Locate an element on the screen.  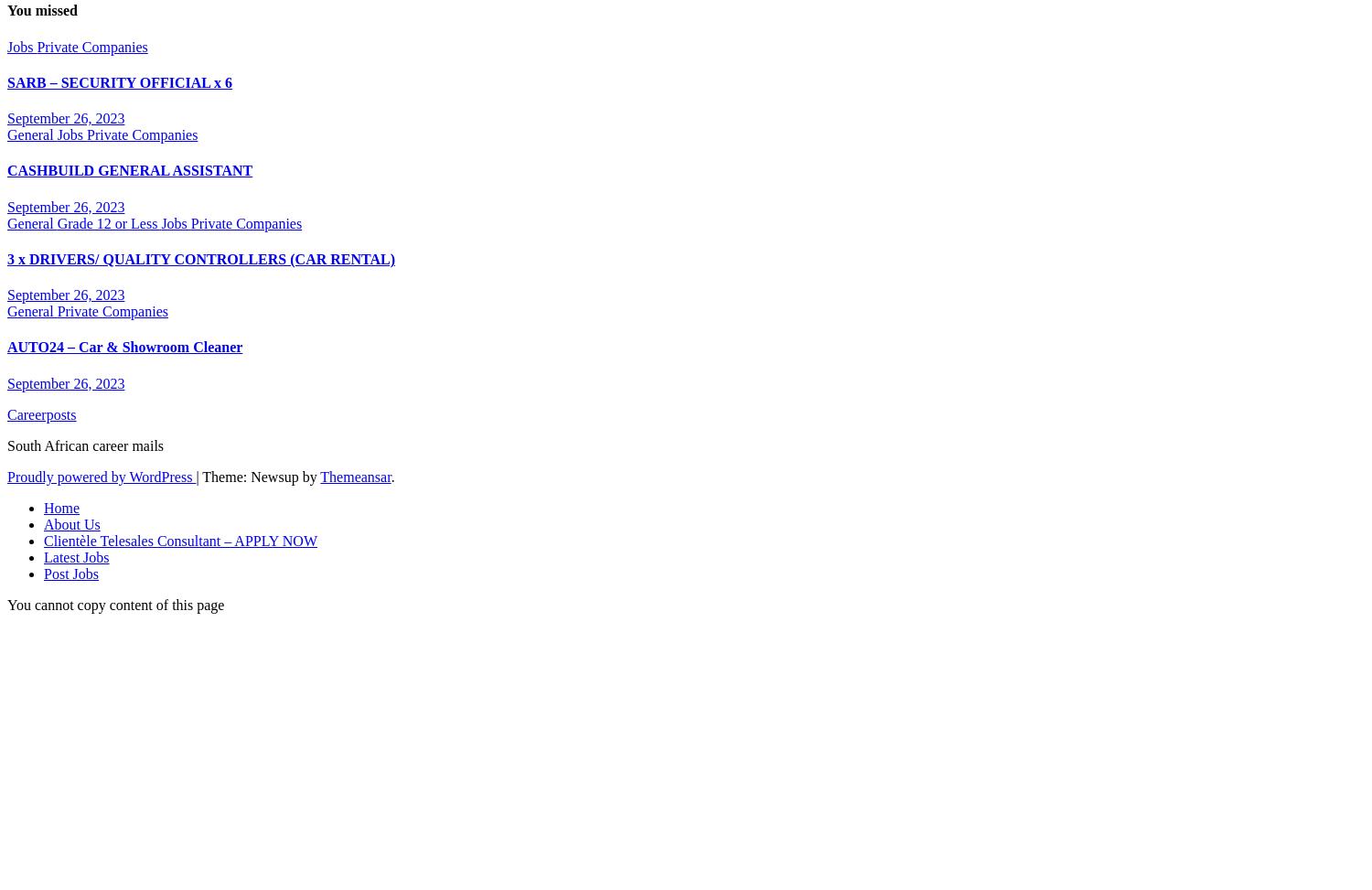
'South African career mails' is located at coordinates (6, 445).